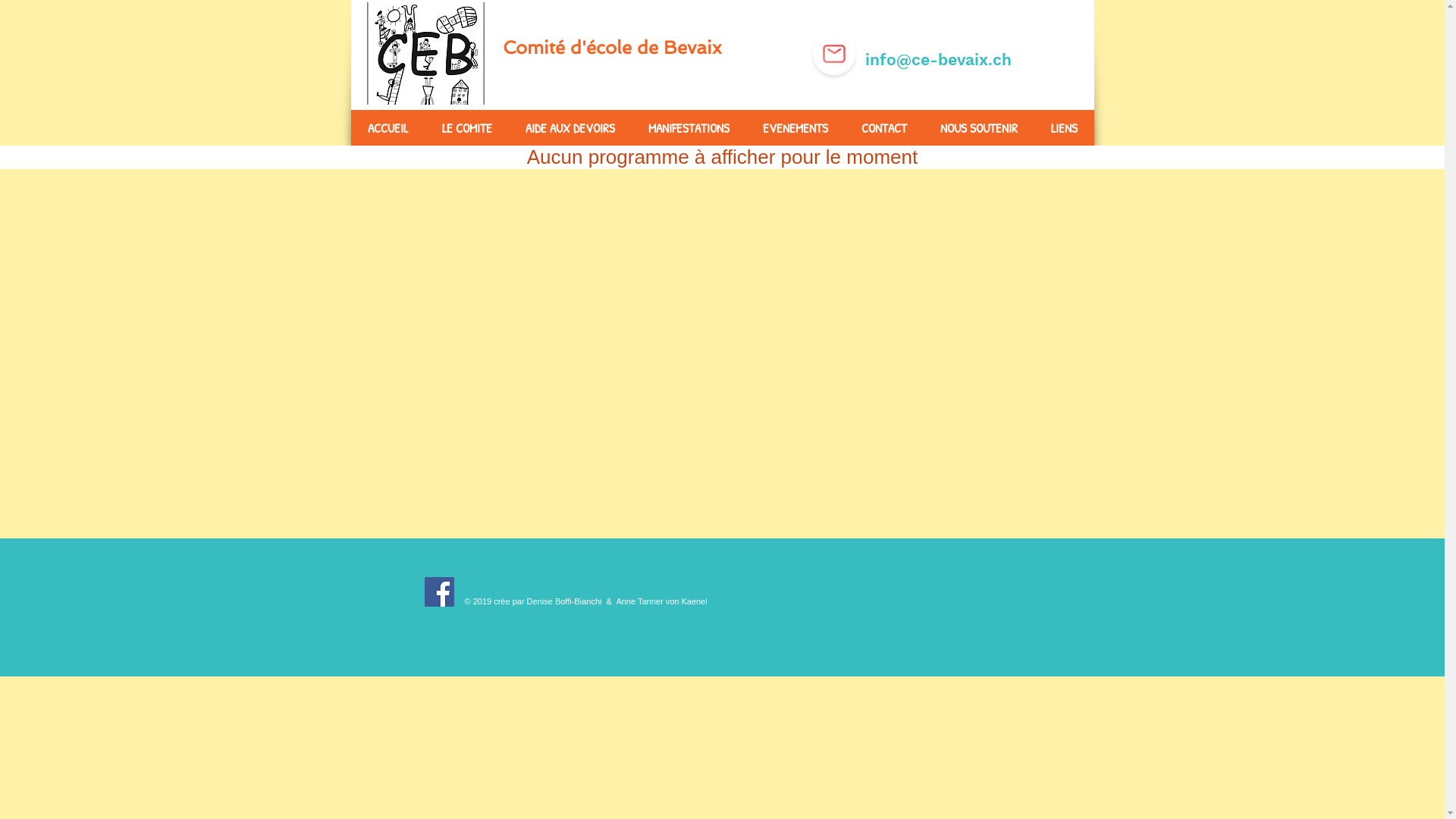 This screenshot has width=1456, height=819. I want to click on 'AIDE AUX DEVOIRS', so click(568, 127).